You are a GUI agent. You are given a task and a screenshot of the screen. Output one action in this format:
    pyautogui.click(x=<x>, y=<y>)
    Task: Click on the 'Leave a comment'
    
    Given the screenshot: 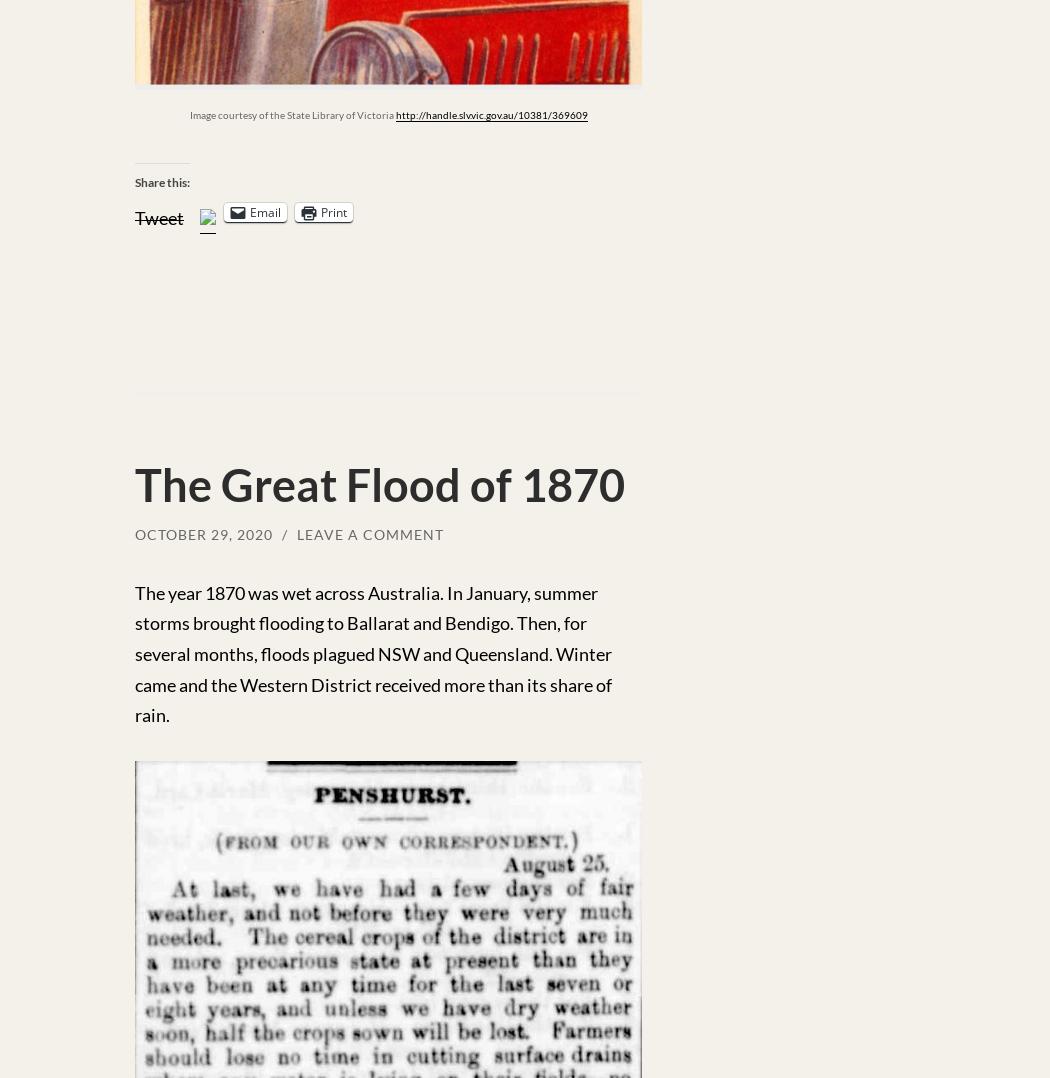 What is the action you would take?
    pyautogui.click(x=369, y=534)
    